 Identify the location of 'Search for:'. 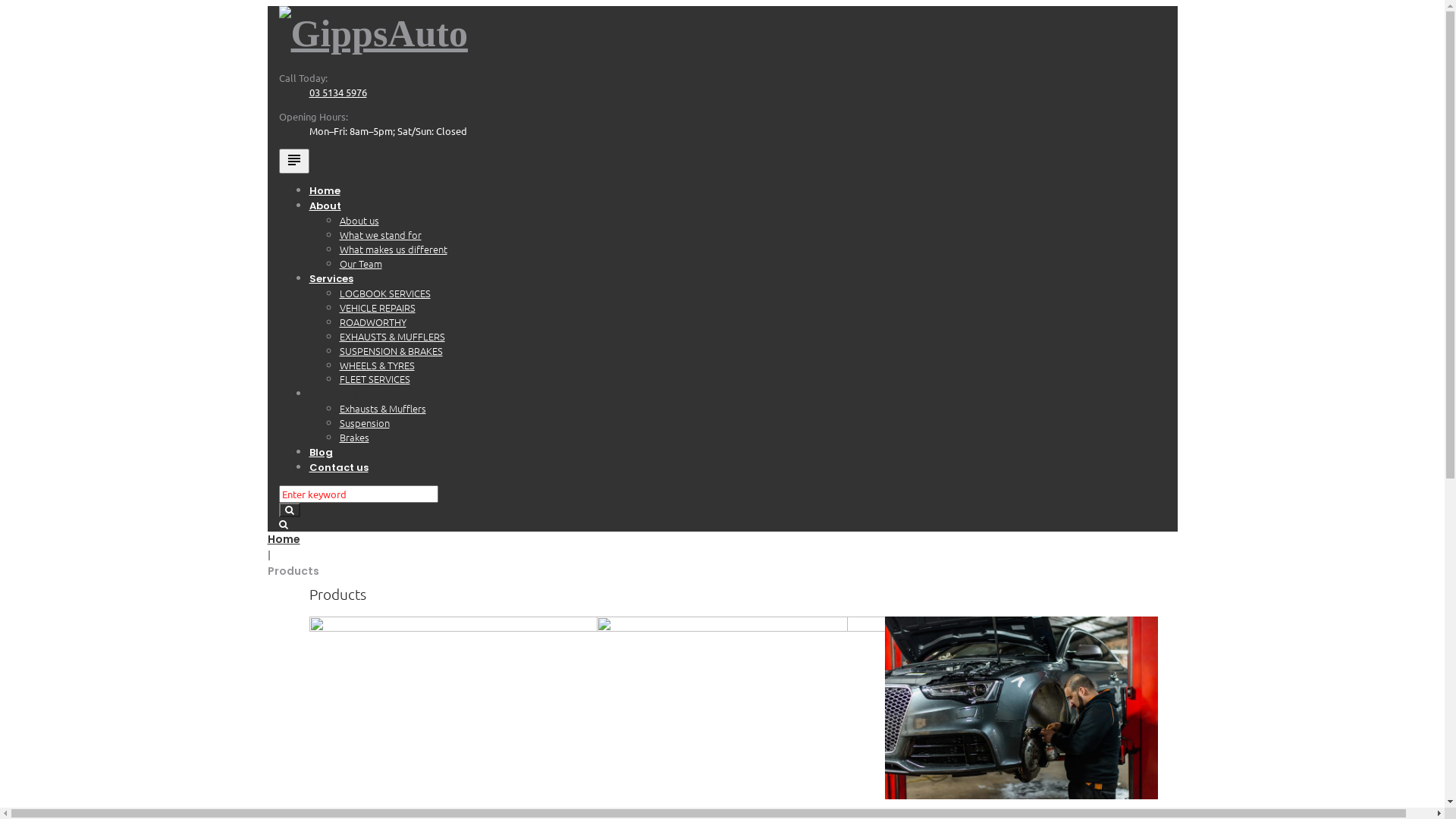
(279, 494).